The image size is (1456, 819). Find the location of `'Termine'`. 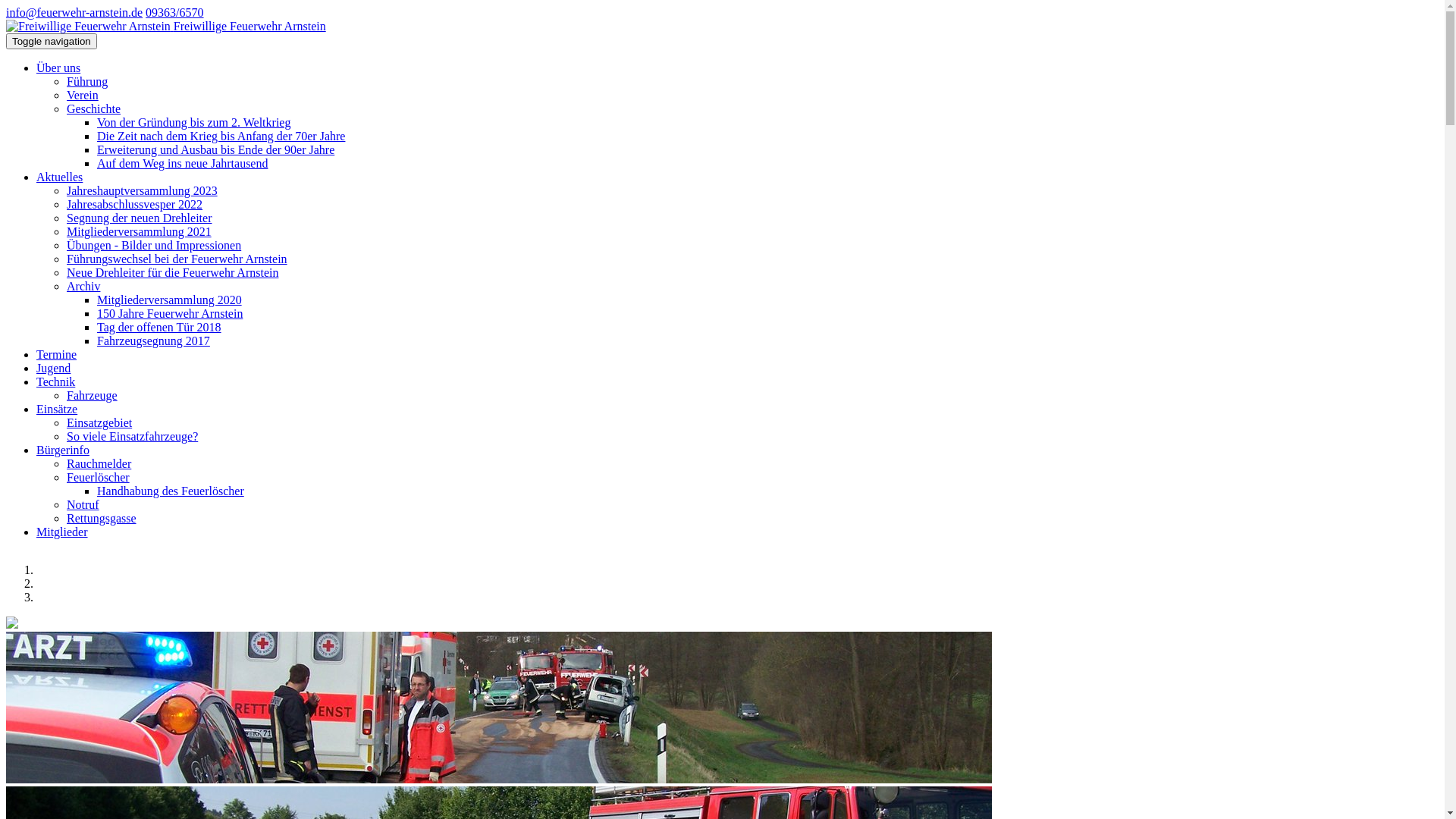

'Termine' is located at coordinates (56, 354).